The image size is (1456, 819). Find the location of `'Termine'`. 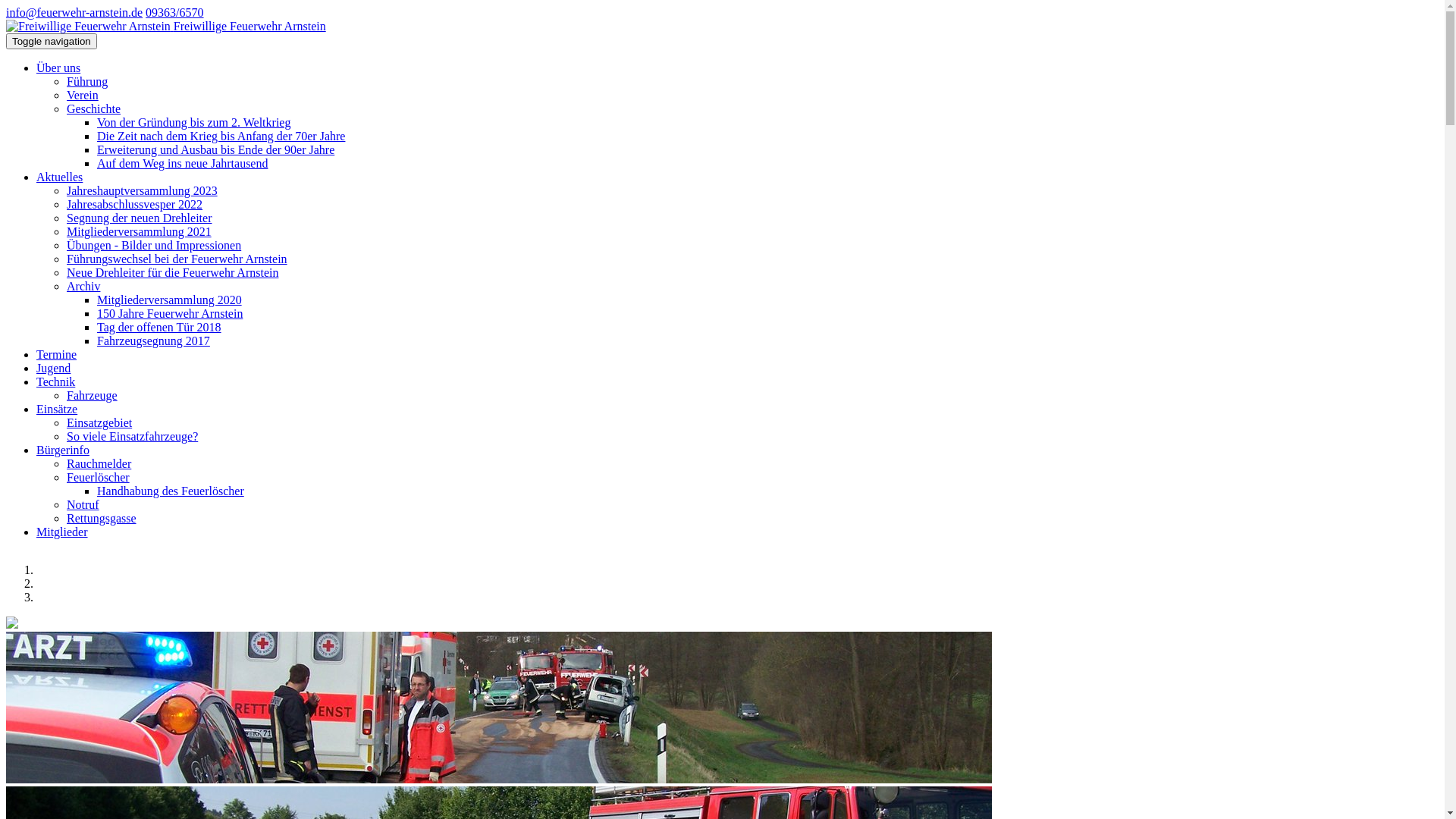

'Termine' is located at coordinates (56, 354).